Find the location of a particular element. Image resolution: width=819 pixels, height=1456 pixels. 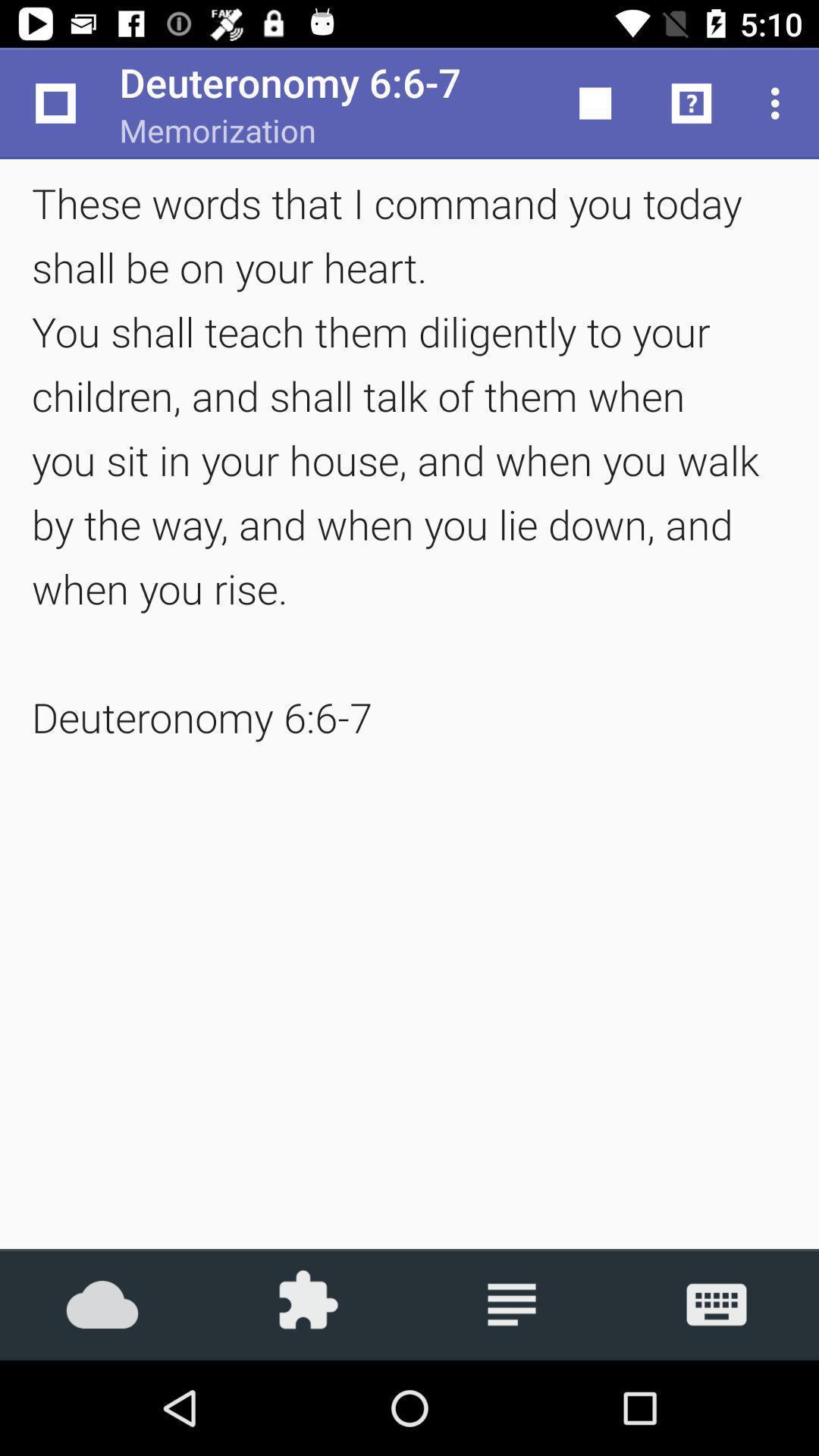

the icon above these words that item is located at coordinates (55, 102).